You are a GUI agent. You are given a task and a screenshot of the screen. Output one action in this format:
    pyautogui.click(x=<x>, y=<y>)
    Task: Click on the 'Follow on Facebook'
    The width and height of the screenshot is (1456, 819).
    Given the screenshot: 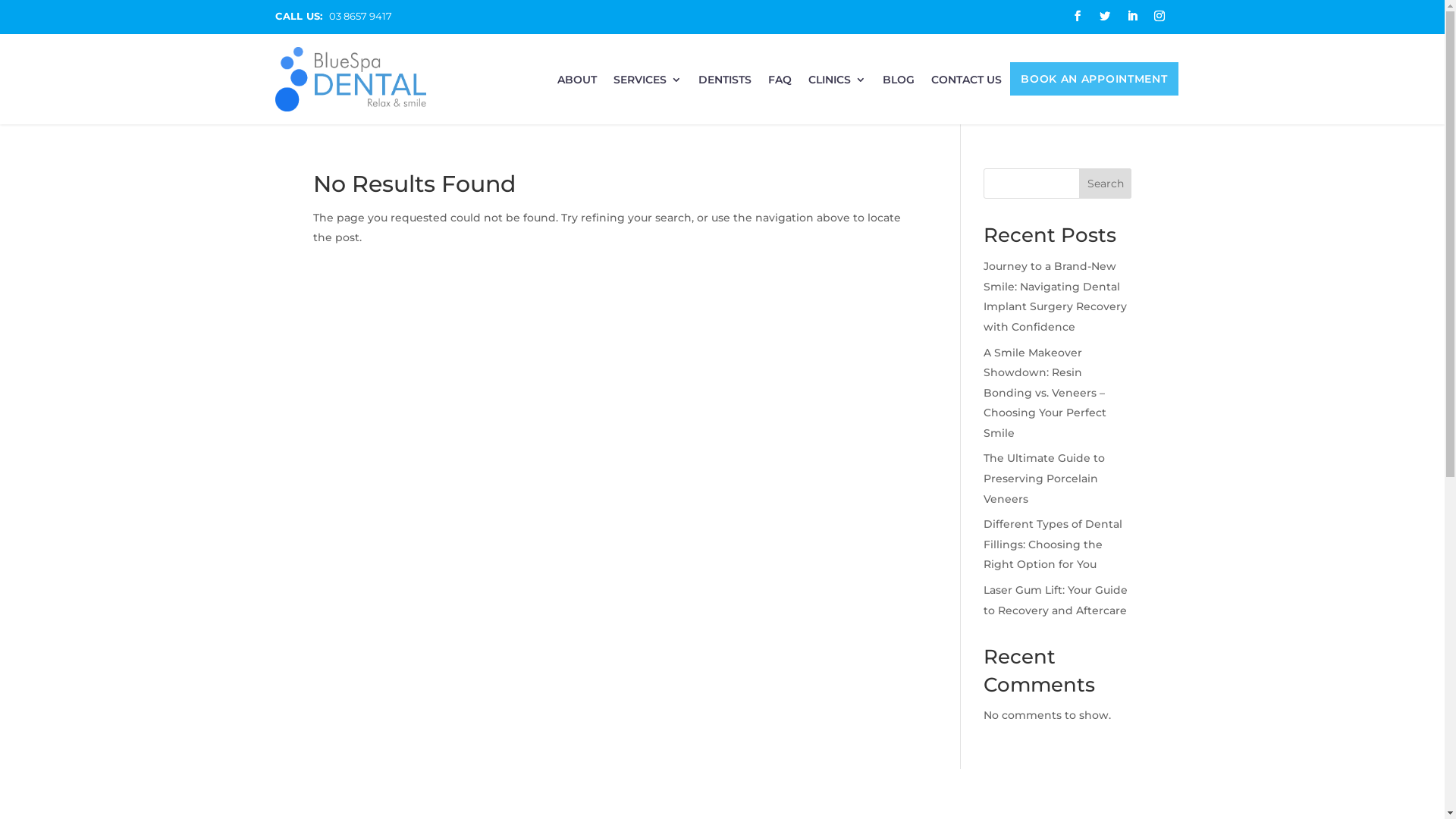 What is the action you would take?
    pyautogui.click(x=1065, y=15)
    